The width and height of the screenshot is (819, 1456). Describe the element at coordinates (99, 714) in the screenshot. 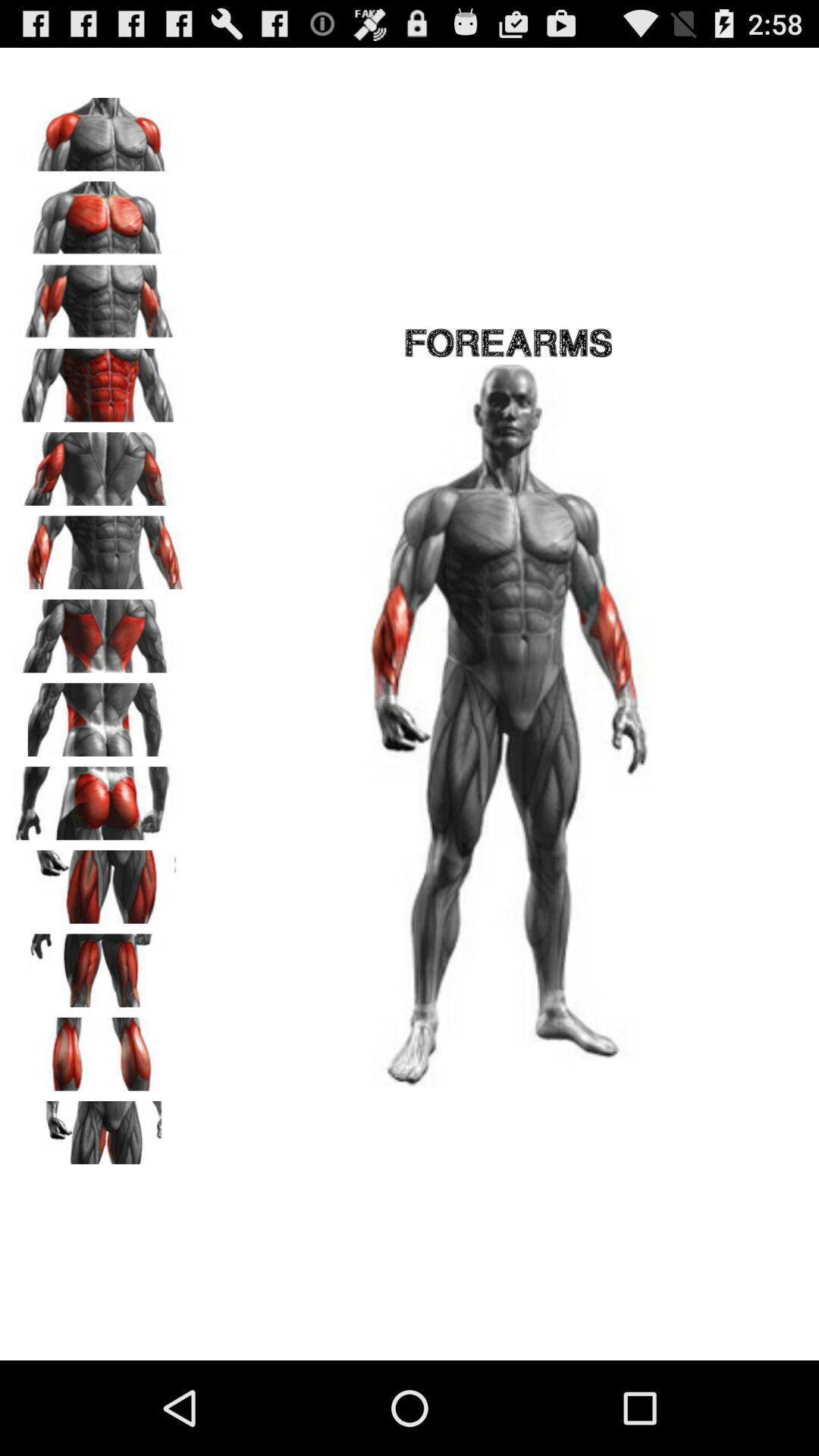

I see `lift objects` at that location.